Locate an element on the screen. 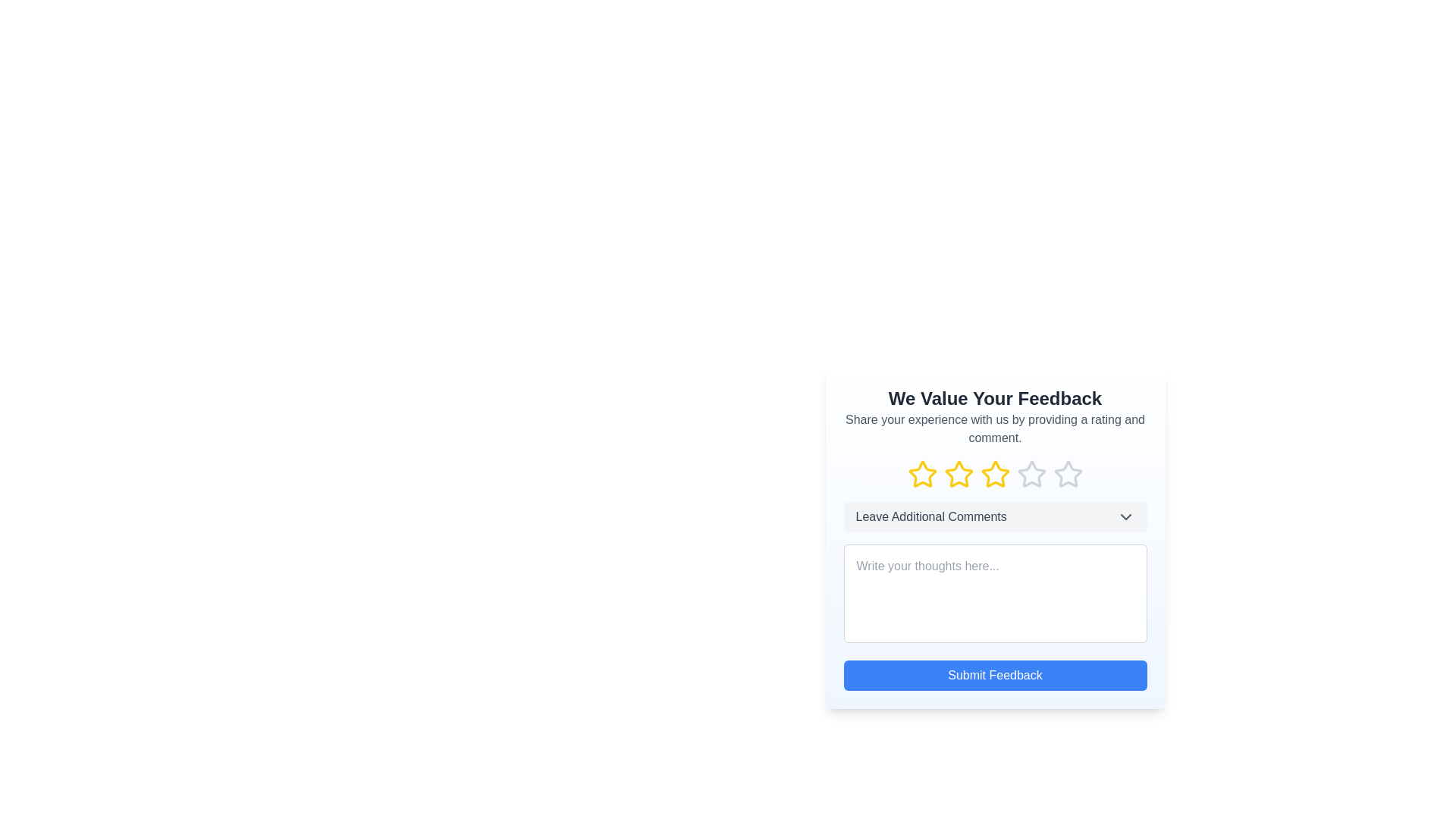  the fifth star button in the rating input interface to indicate a specific rating value is located at coordinates (1067, 473).